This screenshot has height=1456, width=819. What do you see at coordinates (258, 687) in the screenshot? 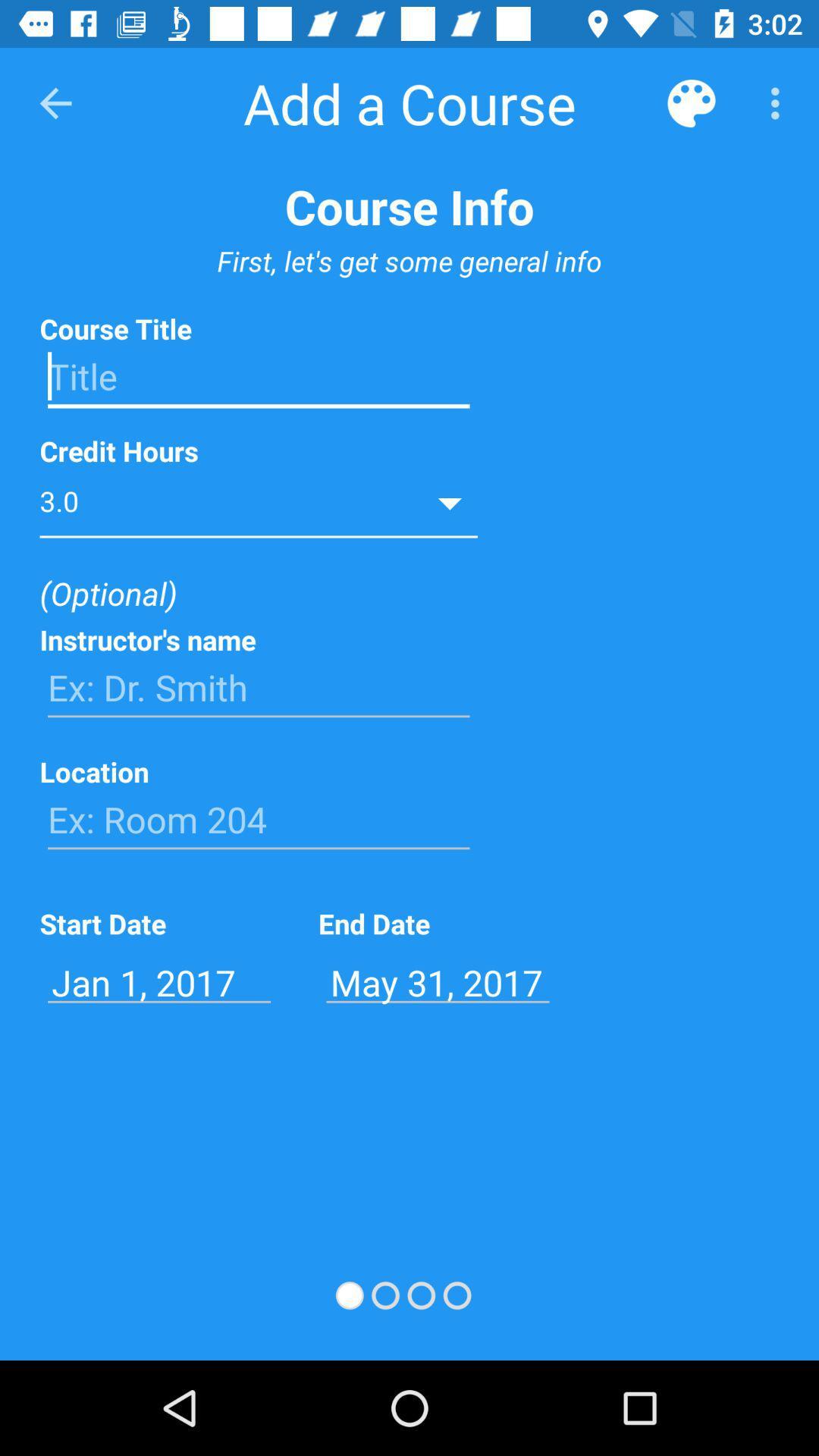
I see `type in instructor 's name` at bounding box center [258, 687].